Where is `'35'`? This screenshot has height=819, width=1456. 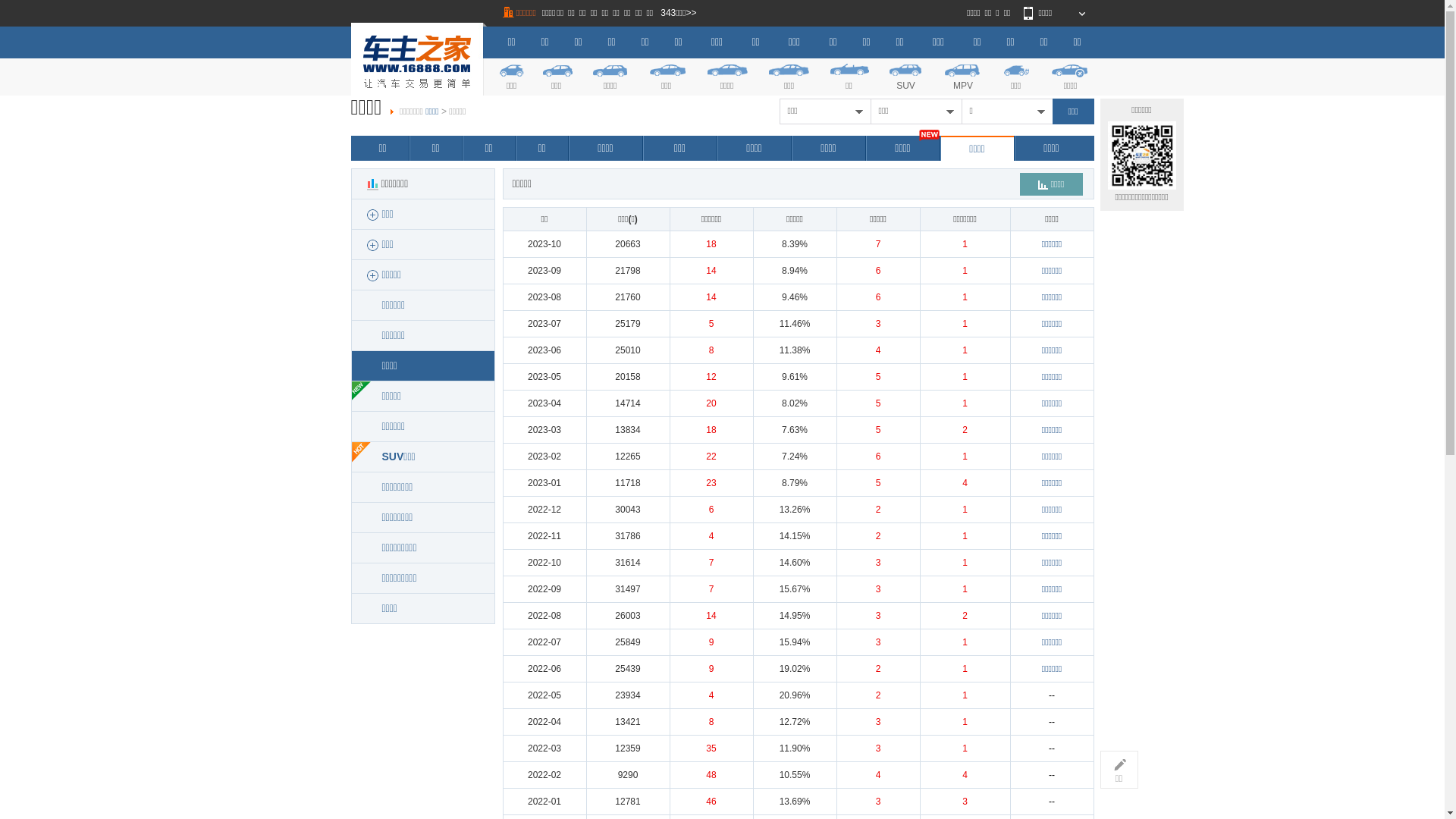
'35' is located at coordinates (710, 748).